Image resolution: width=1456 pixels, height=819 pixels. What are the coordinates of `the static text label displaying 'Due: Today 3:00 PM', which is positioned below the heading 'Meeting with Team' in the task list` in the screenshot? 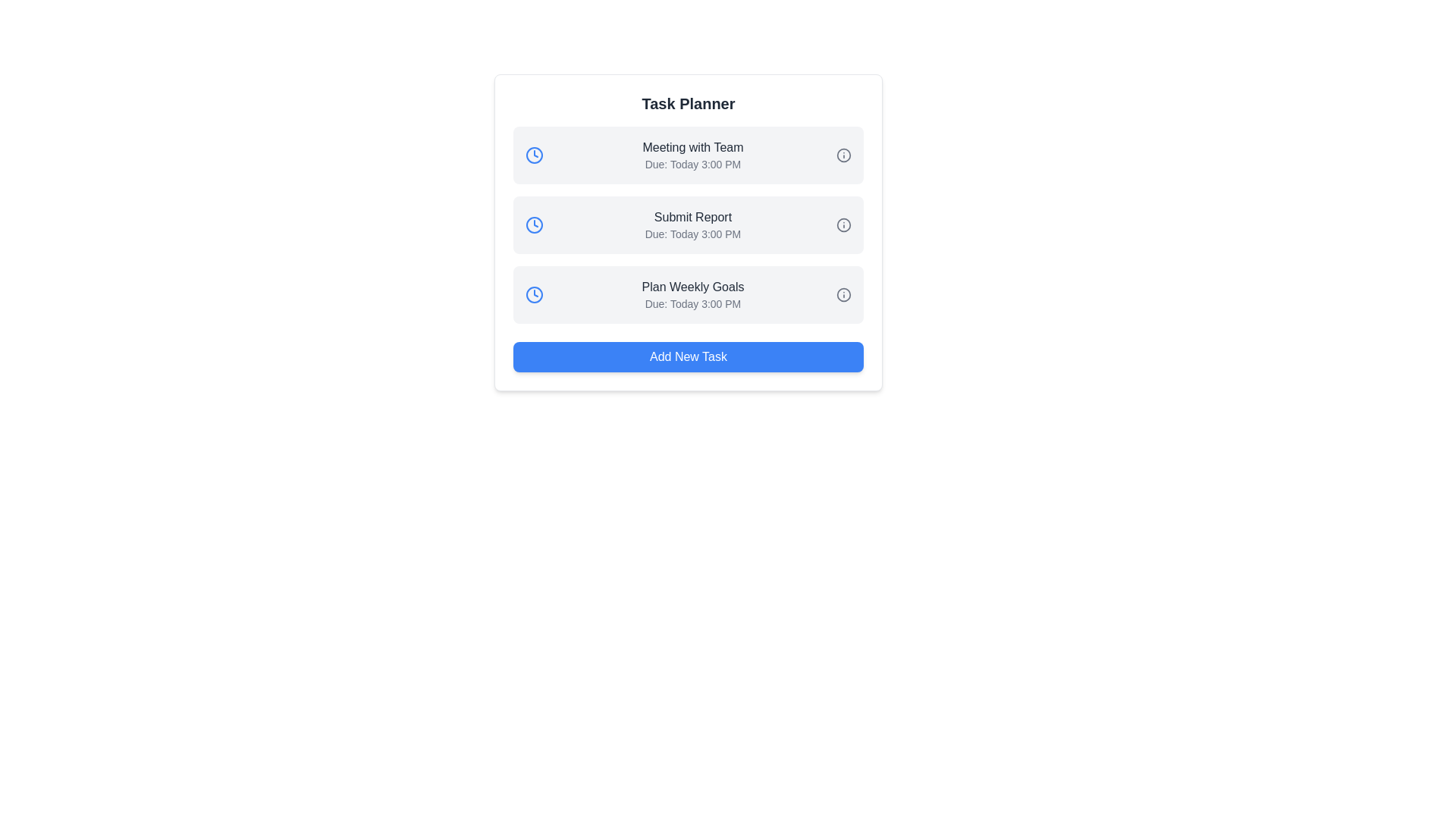 It's located at (692, 164).